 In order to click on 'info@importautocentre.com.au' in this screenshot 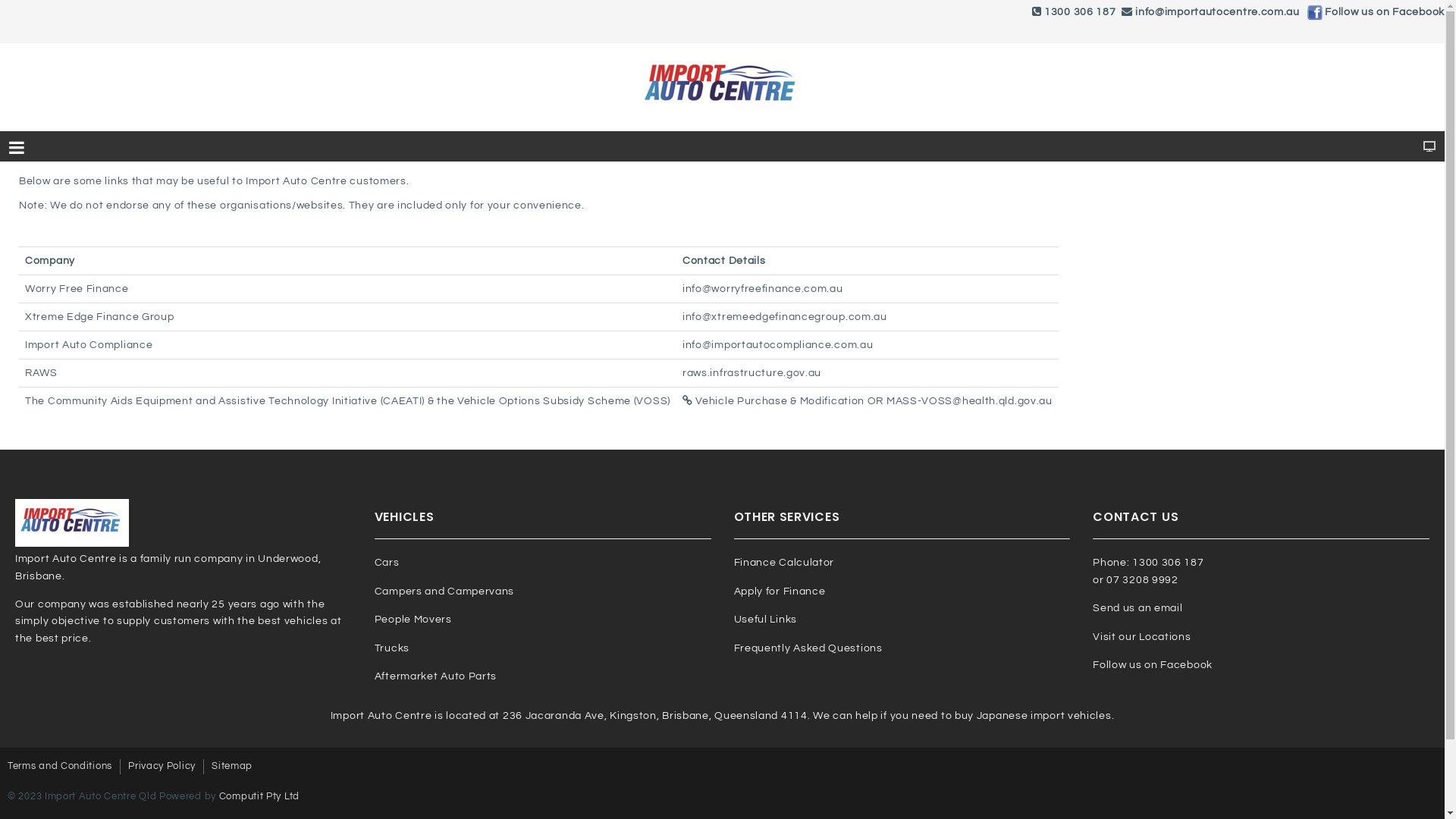, I will do `click(1217, 11)`.